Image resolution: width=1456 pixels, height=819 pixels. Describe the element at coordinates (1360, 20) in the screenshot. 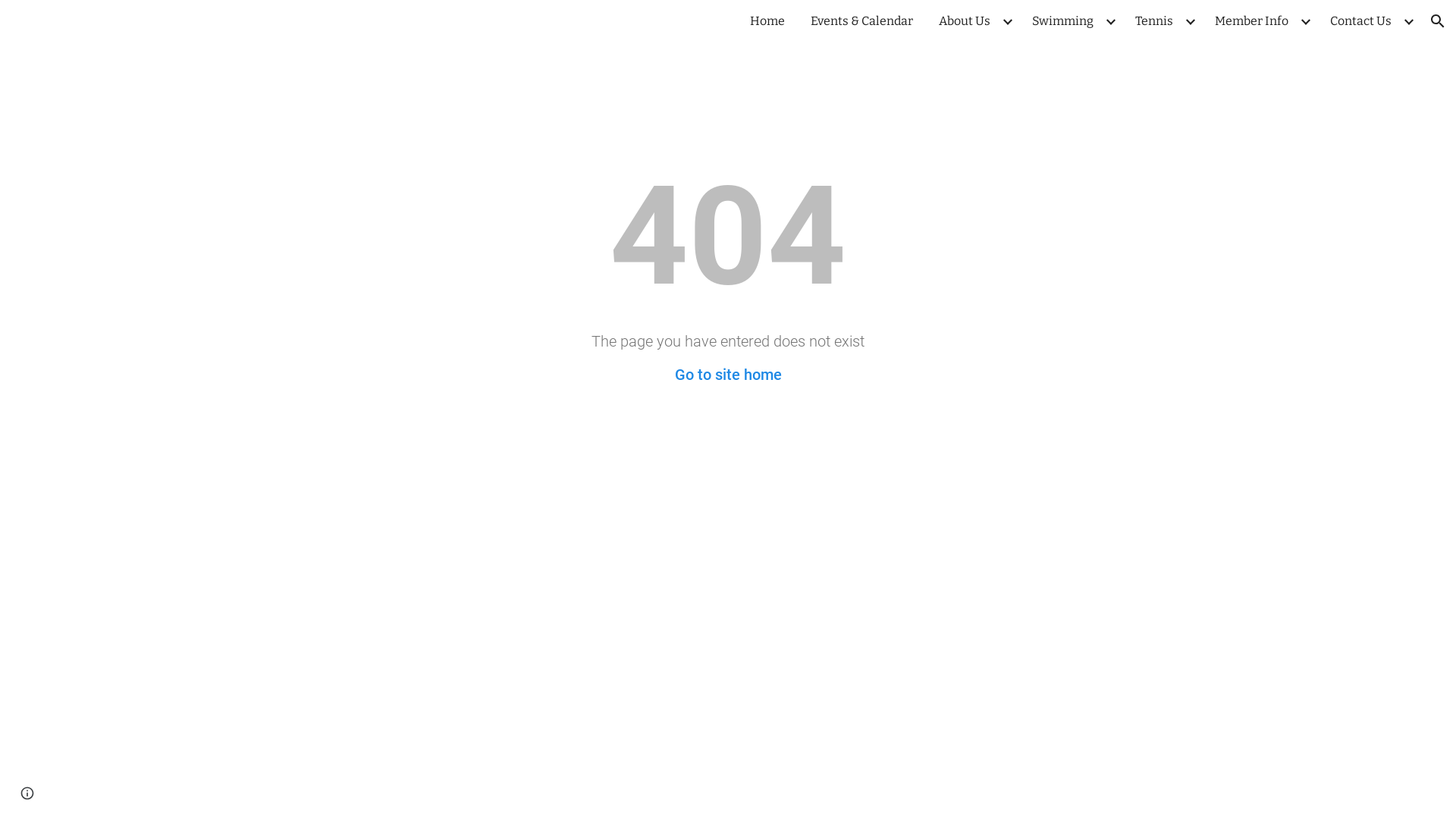

I see `'Contact Us'` at that location.